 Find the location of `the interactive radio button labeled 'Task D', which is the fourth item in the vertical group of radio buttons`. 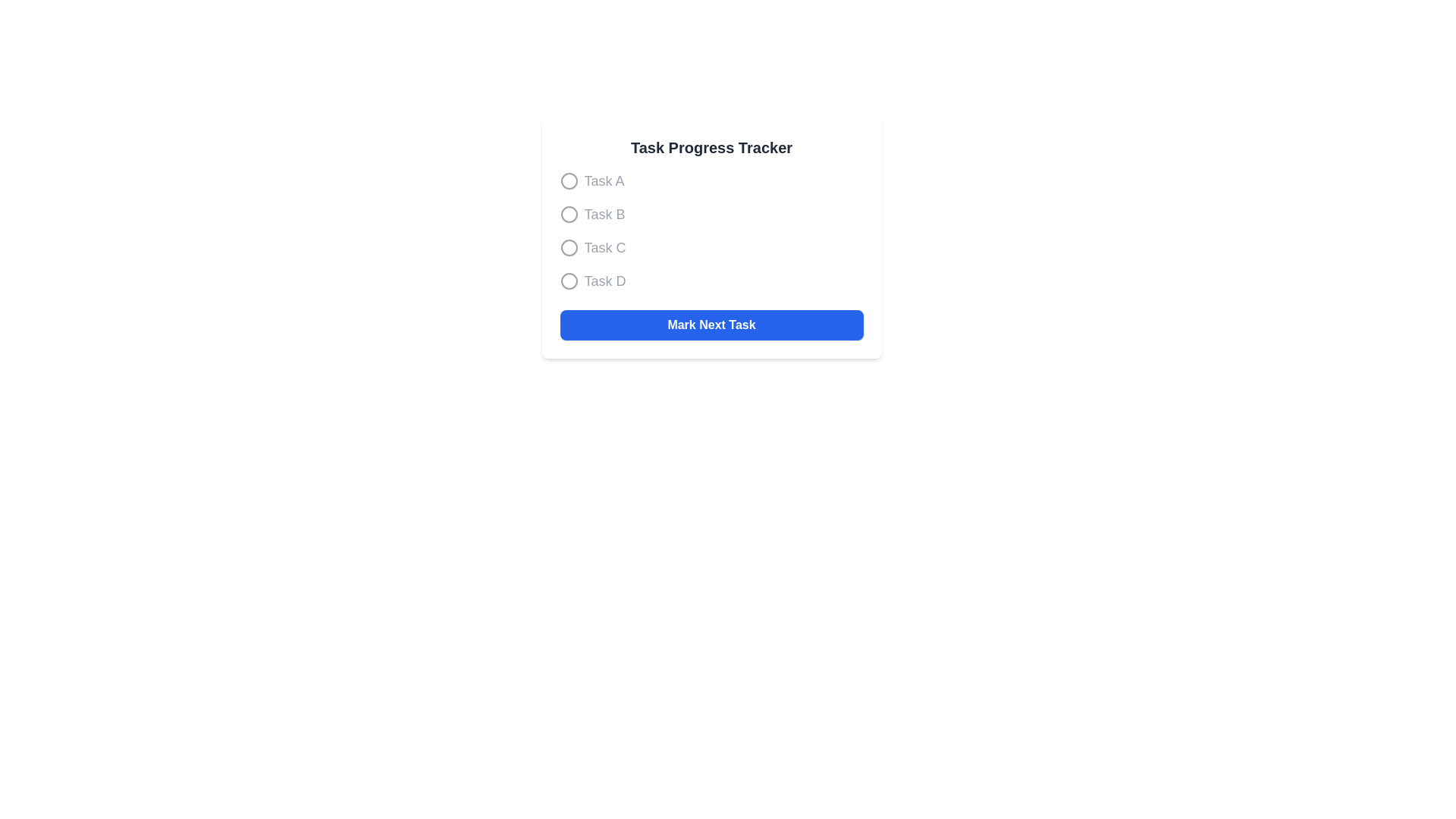

the interactive radio button labeled 'Task D', which is the fourth item in the vertical group of radio buttons is located at coordinates (568, 281).